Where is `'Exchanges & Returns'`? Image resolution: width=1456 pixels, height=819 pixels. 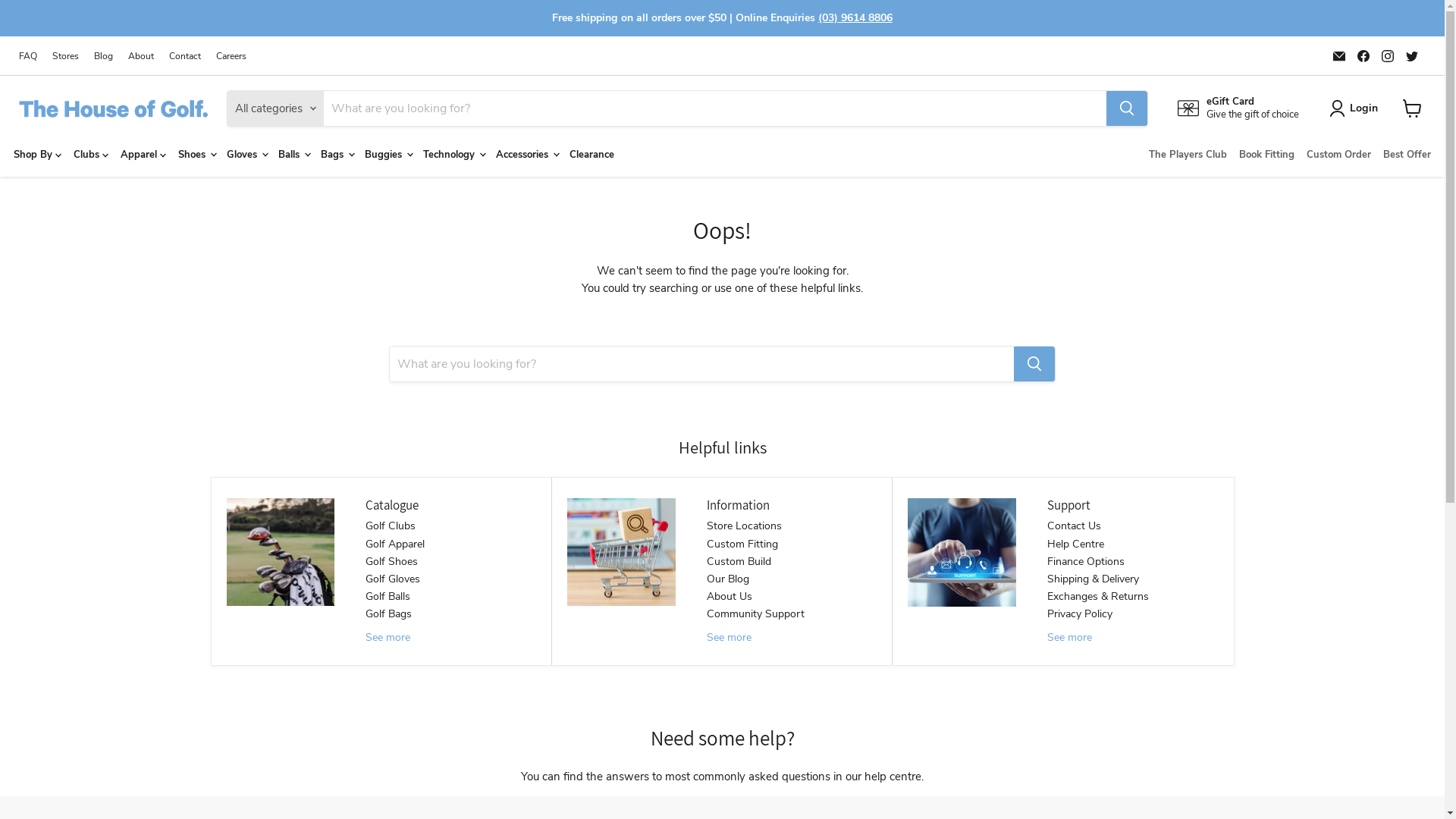 'Exchanges & Returns' is located at coordinates (1098, 595).